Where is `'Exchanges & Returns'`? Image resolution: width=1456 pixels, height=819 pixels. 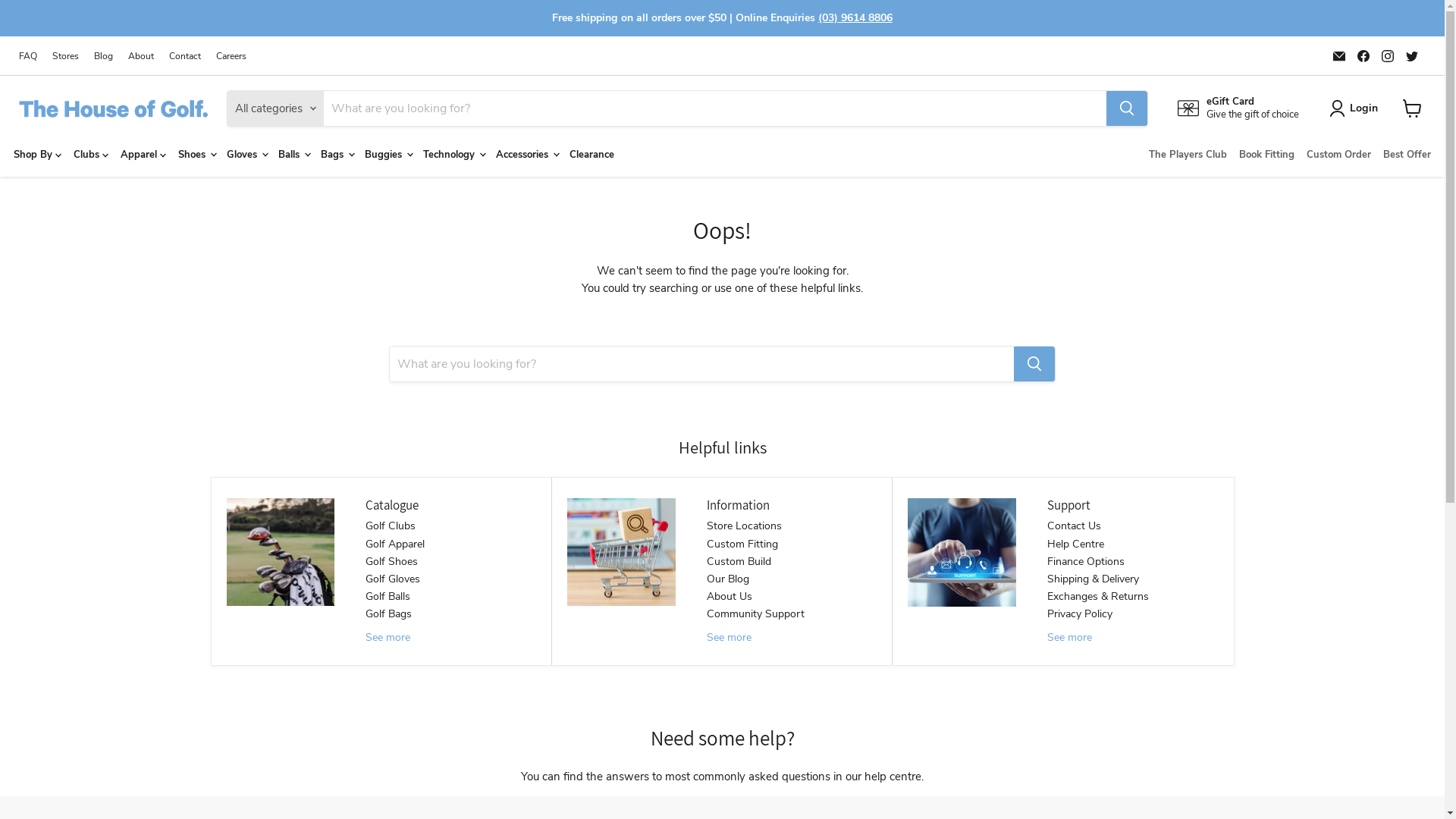 'Exchanges & Returns' is located at coordinates (1098, 595).